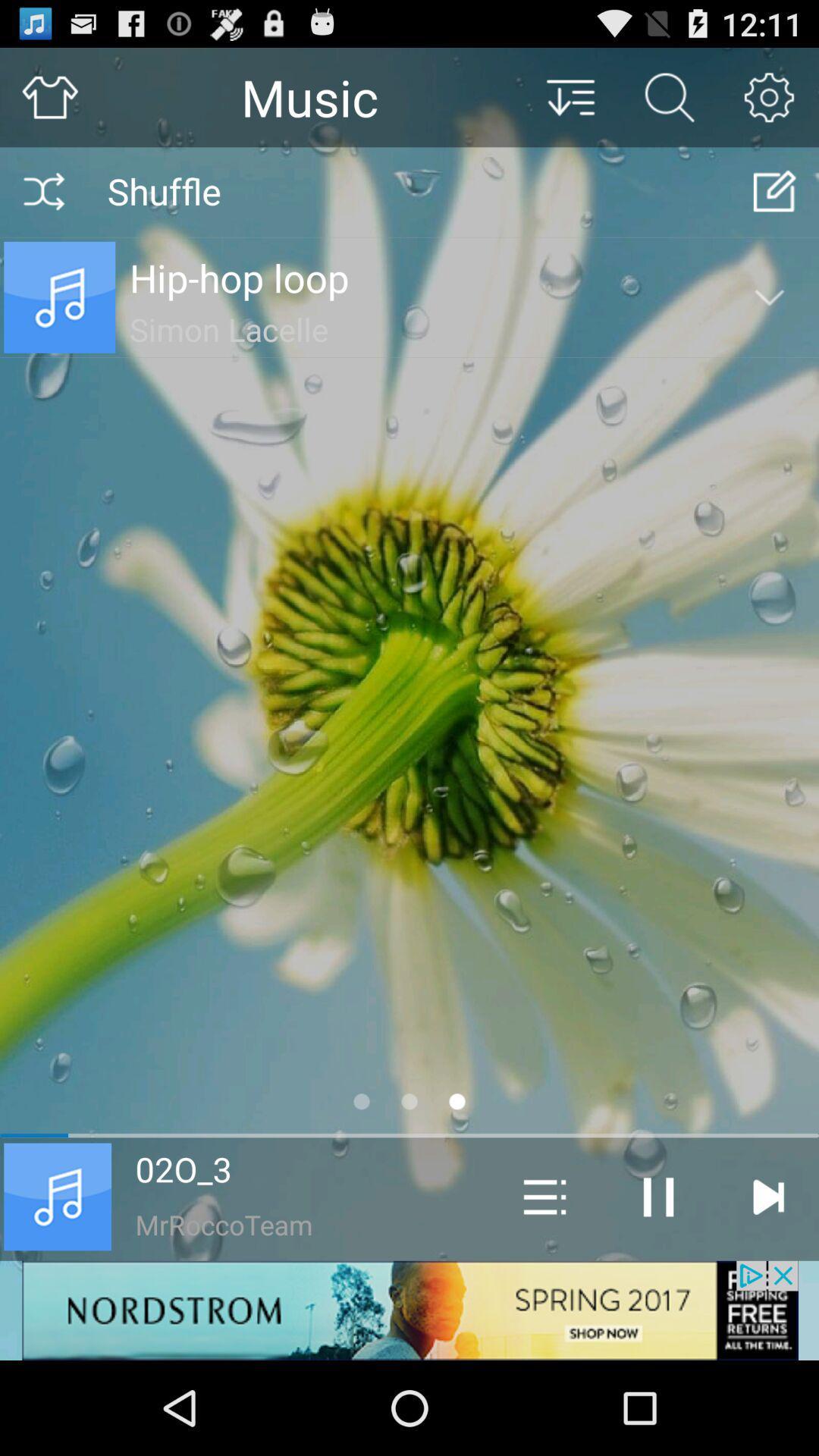 This screenshot has width=819, height=1456. Describe the element at coordinates (775, 203) in the screenshot. I see `the edit icon` at that location.